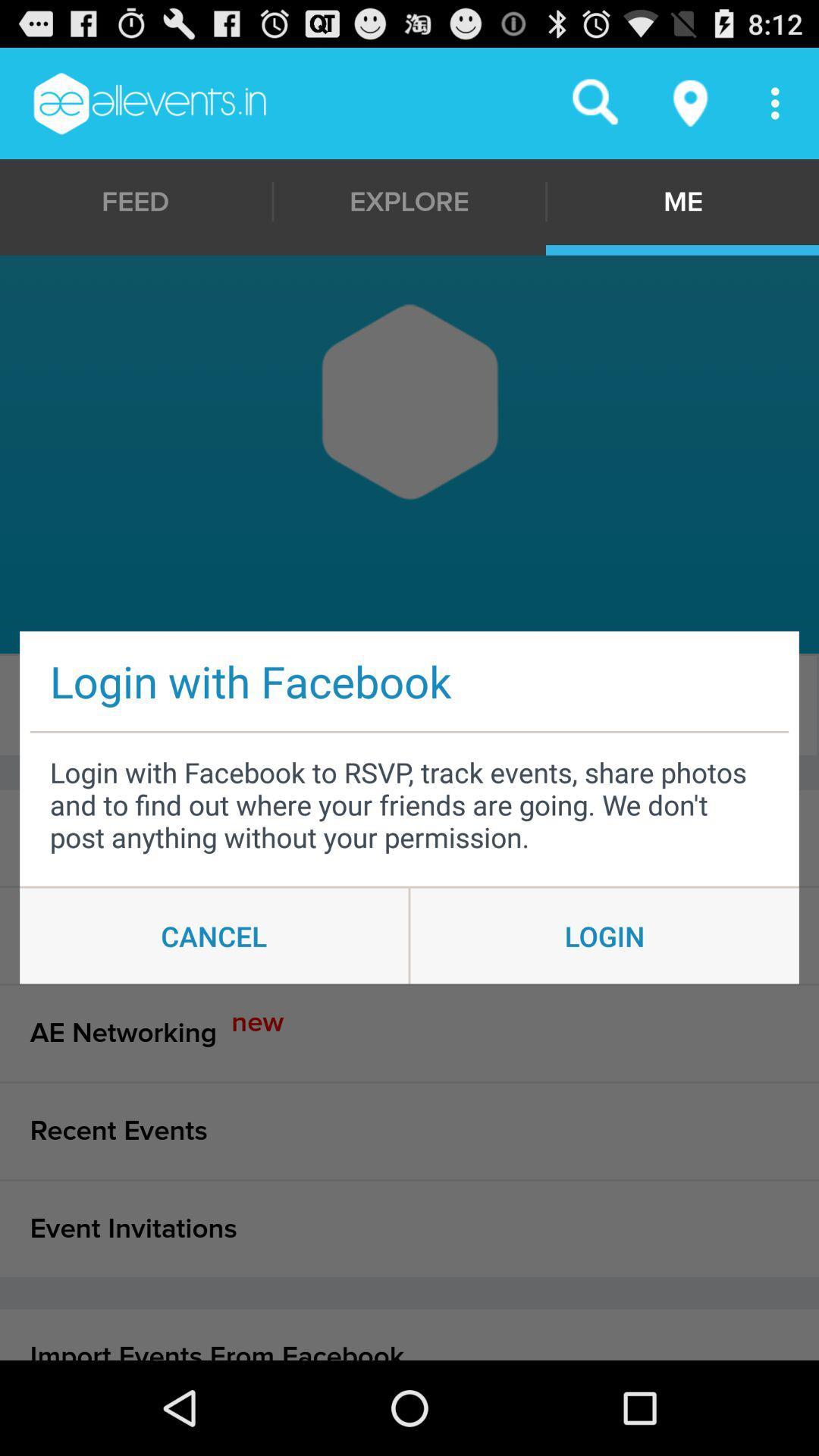  Describe the element at coordinates (405, 704) in the screenshot. I see `item to the left of the following icon` at that location.